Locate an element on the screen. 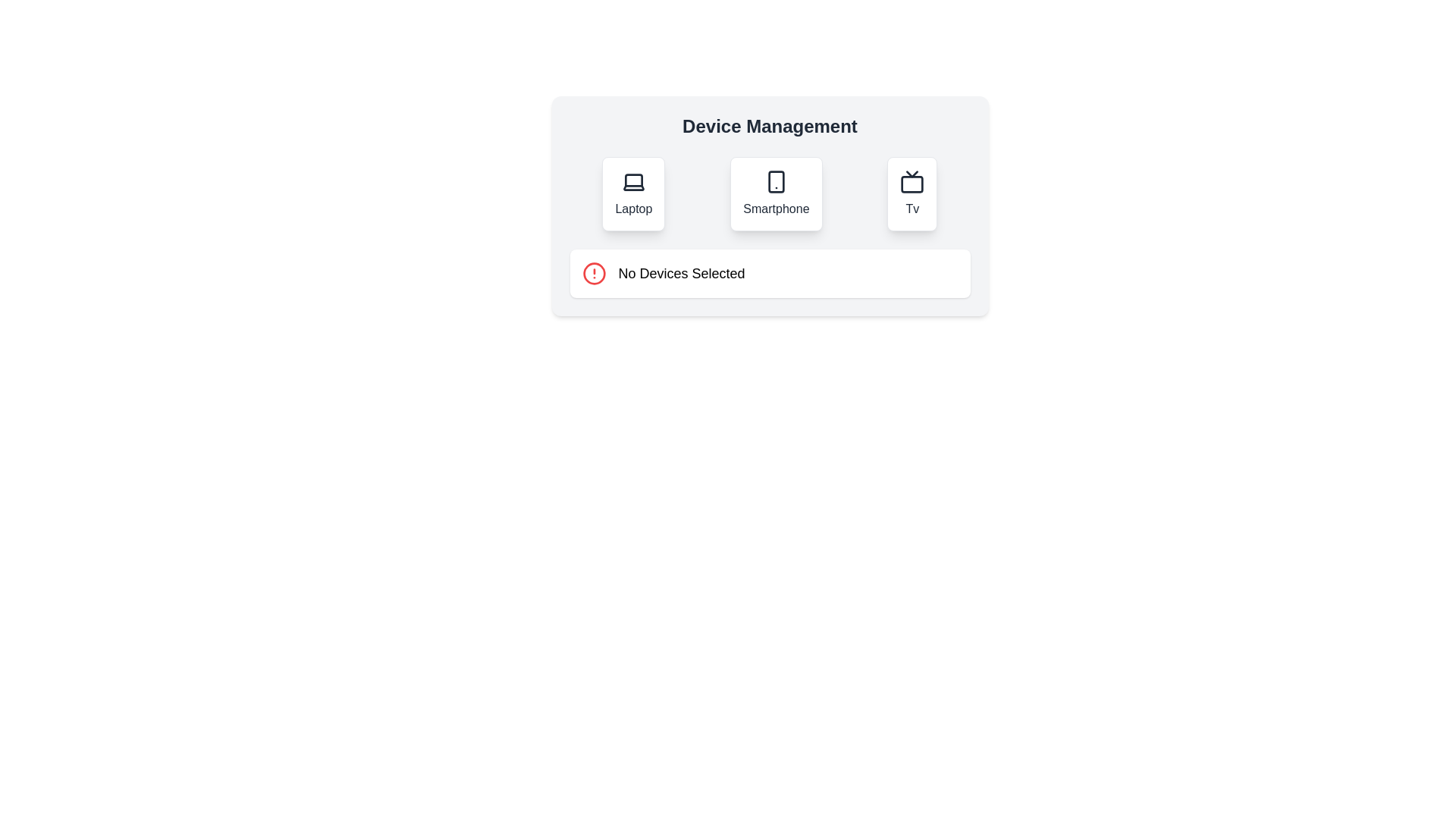 The height and width of the screenshot is (819, 1456). the middle button labeled 'Smartphone' is located at coordinates (776, 193).